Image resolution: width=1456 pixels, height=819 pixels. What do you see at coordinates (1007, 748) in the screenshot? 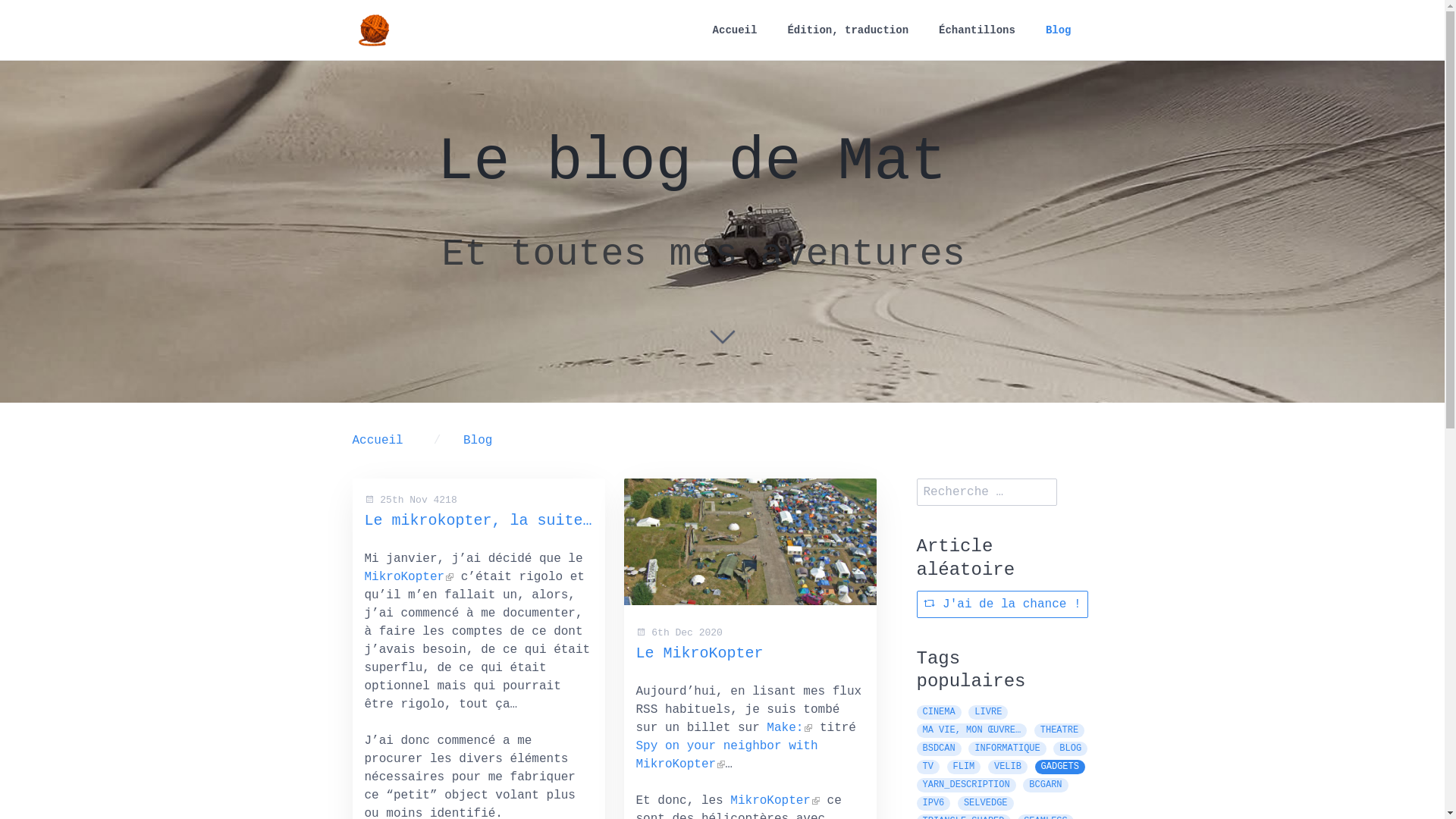
I see `'INFORMATIQUE'` at bounding box center [1007, 748].